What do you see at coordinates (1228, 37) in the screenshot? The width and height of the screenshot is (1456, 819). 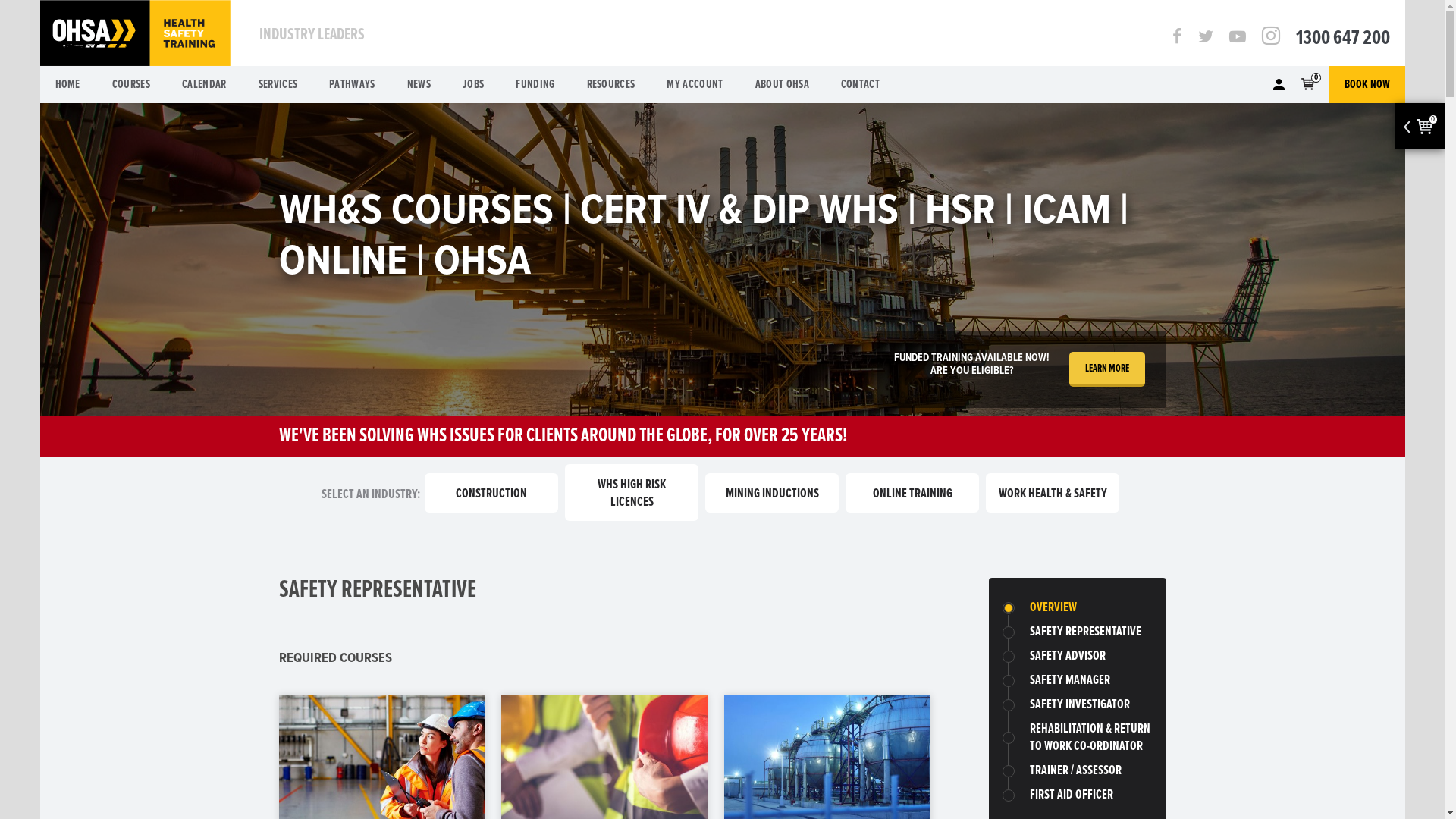 I see `'Youtube'` at bounding box center [1228, 37].